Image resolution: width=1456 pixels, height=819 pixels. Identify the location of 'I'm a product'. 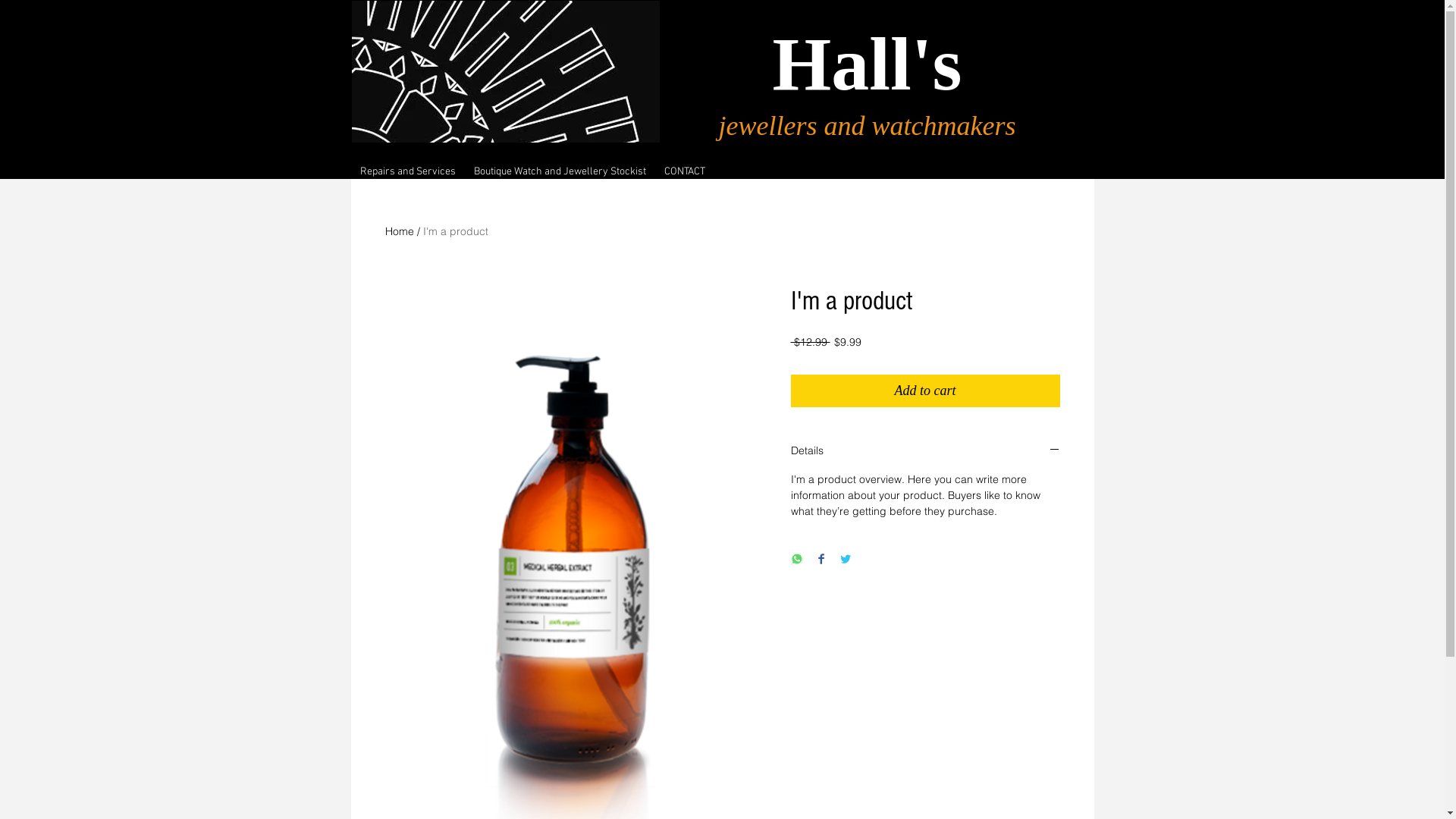
(454, 231).